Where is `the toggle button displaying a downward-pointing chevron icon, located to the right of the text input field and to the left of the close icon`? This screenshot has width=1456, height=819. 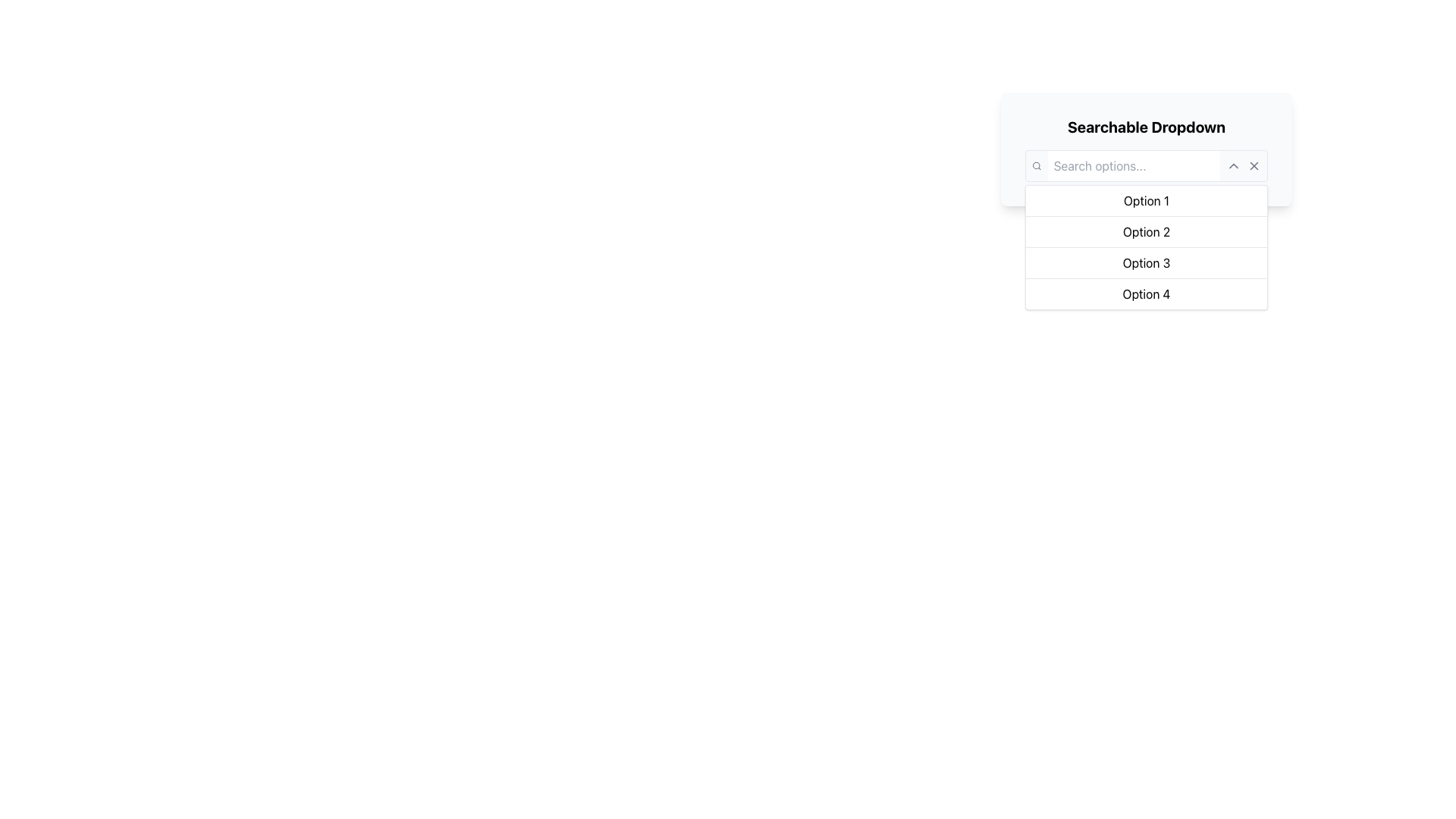 the toggle button displaying a downward-pointing chevron icon, located to the right of the text input field and to the left of the close icon is located at coordinates (1234, 166).